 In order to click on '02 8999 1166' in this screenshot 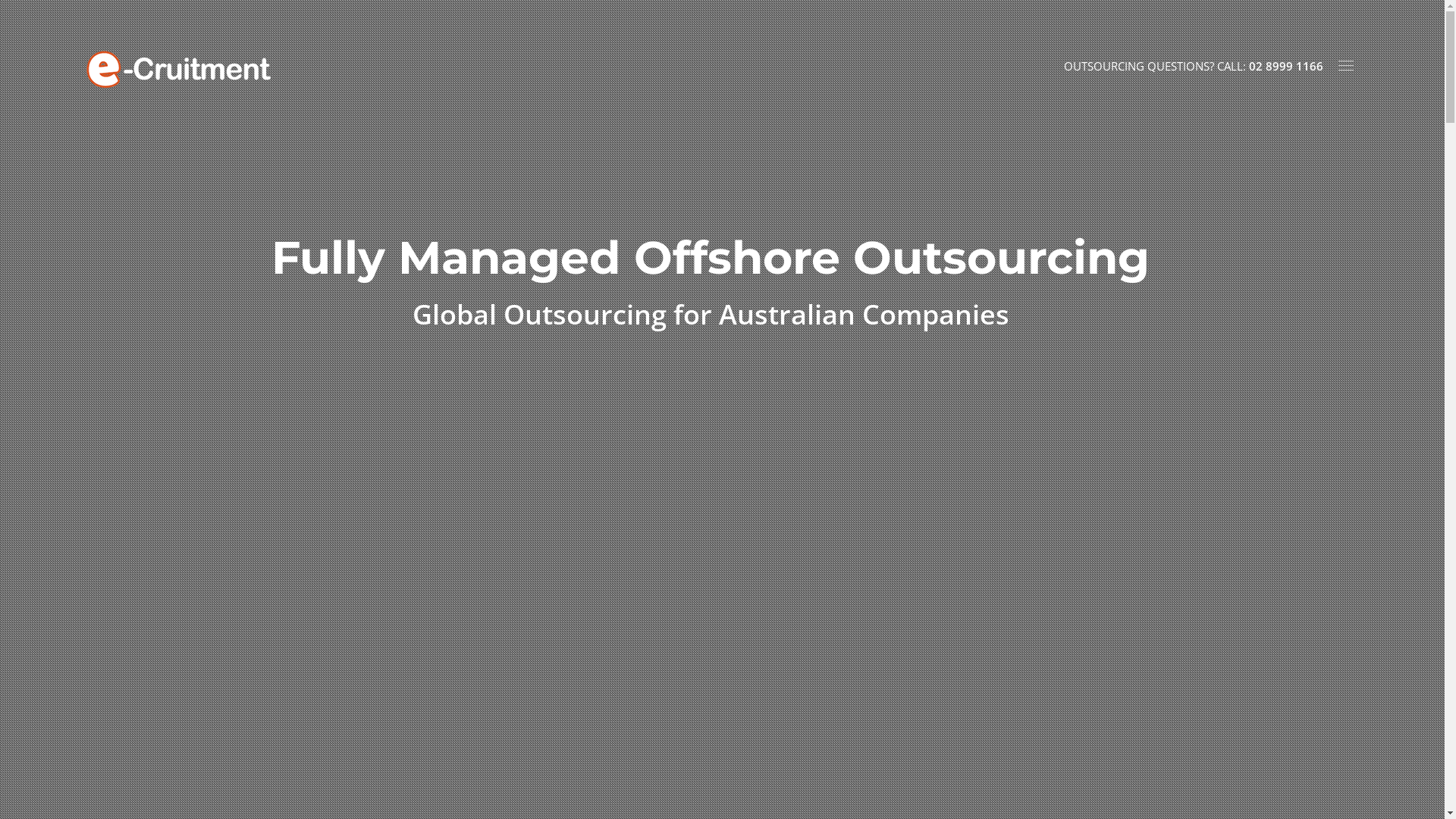, I will do `click(1285, 65)`.